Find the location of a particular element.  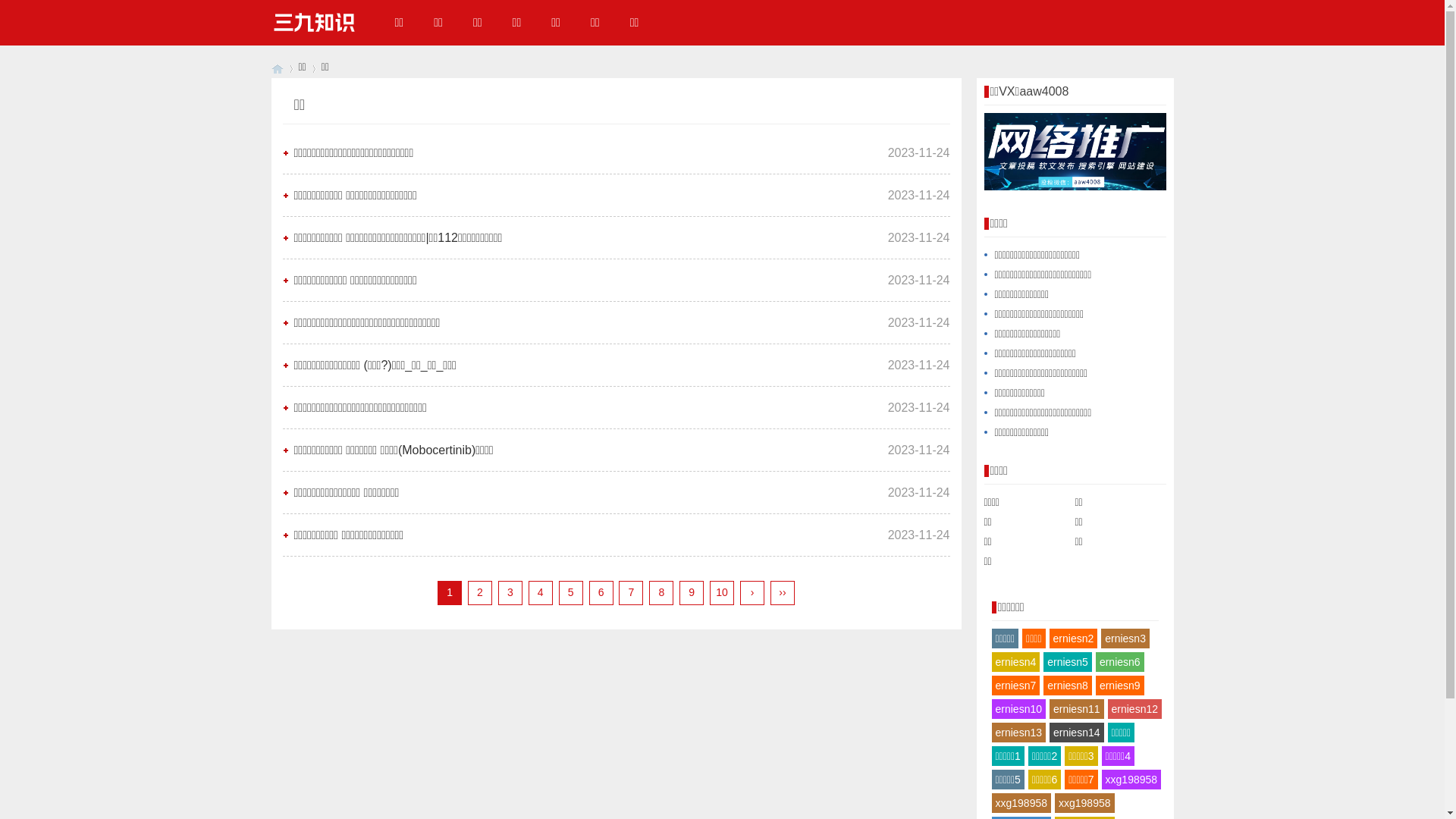

'erniesn14' is located at coordinates (1048, 731).